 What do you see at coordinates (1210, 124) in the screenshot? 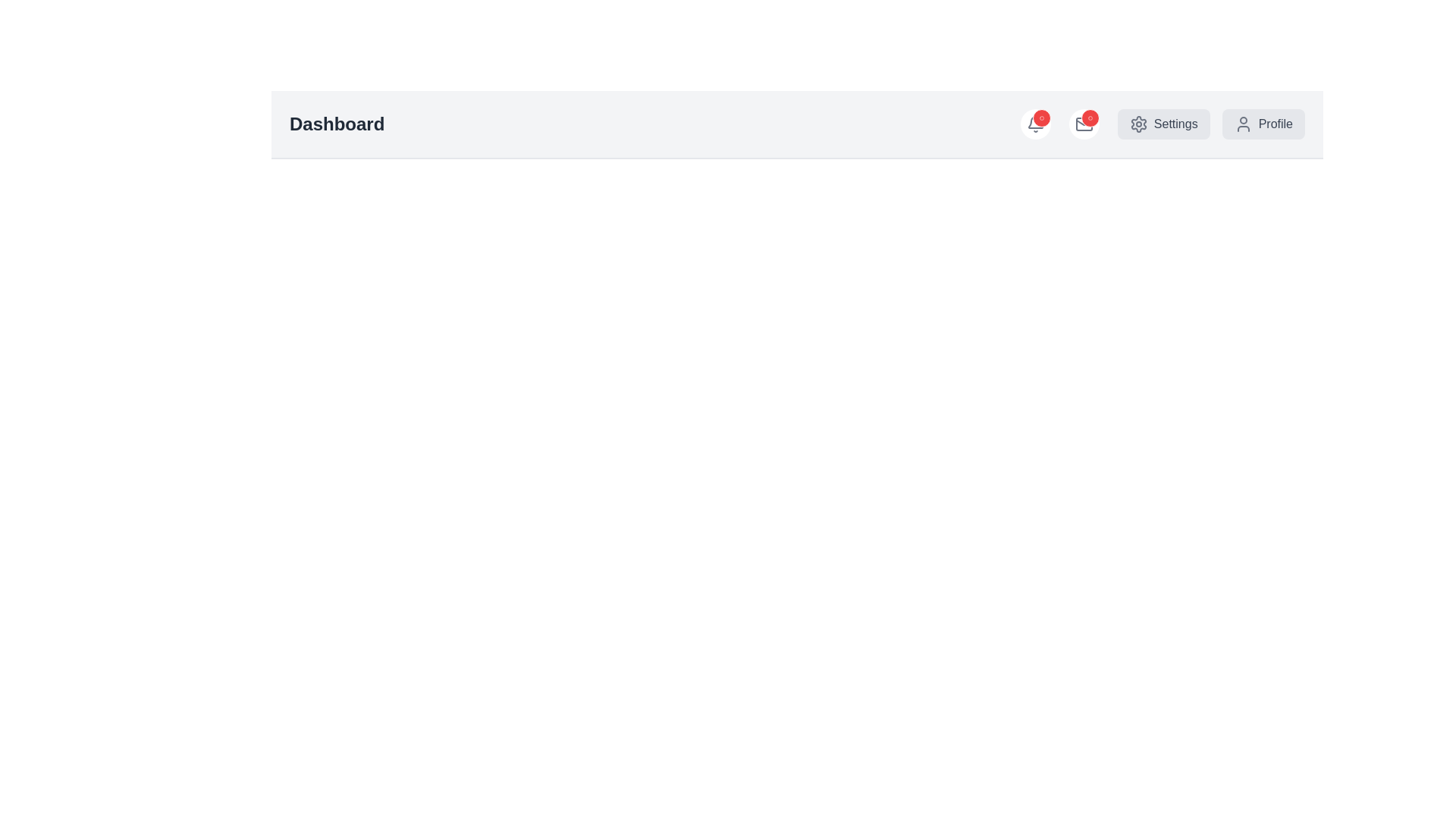
I see `the 'Settings' button in the top-right corner of the interface` at bounding box center [1210, 124].